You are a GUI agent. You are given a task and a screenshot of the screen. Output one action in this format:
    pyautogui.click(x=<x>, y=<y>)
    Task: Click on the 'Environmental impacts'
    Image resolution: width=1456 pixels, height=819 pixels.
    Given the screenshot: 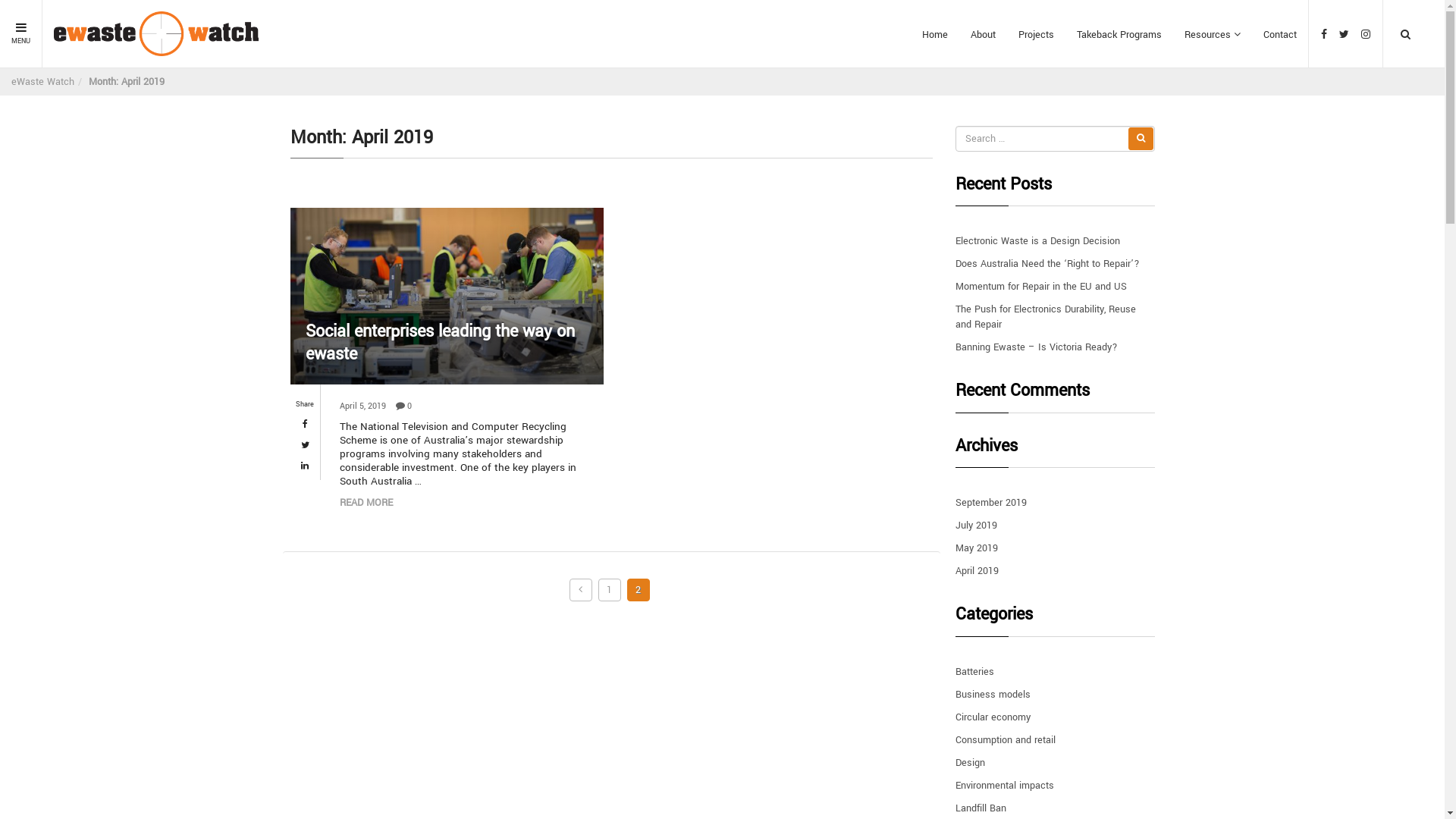 What is the action you would take?
    pyautogui.click(x=1004, y=785)
    